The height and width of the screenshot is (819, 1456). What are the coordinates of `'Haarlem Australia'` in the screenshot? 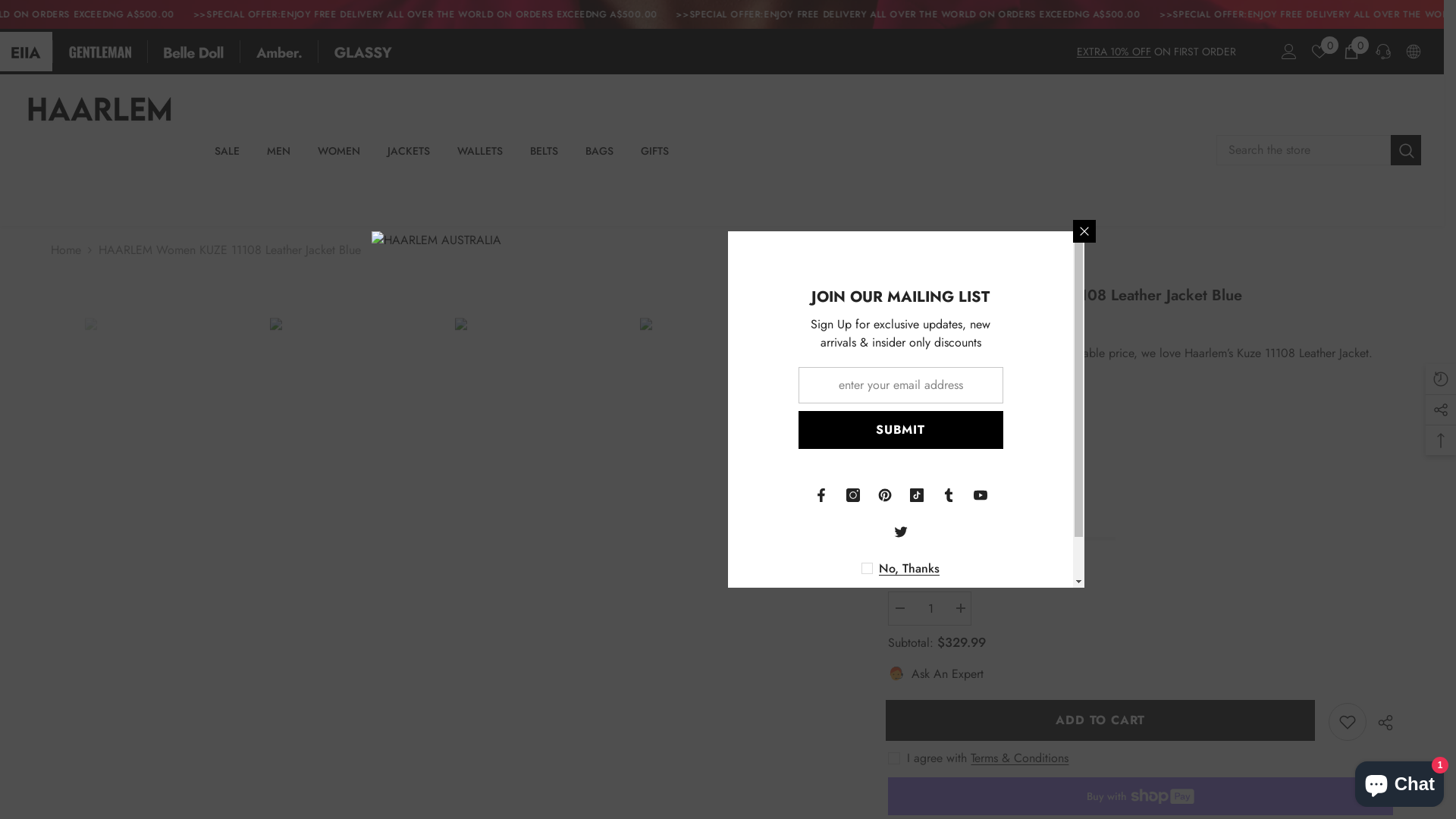 It's located at (937, 397).